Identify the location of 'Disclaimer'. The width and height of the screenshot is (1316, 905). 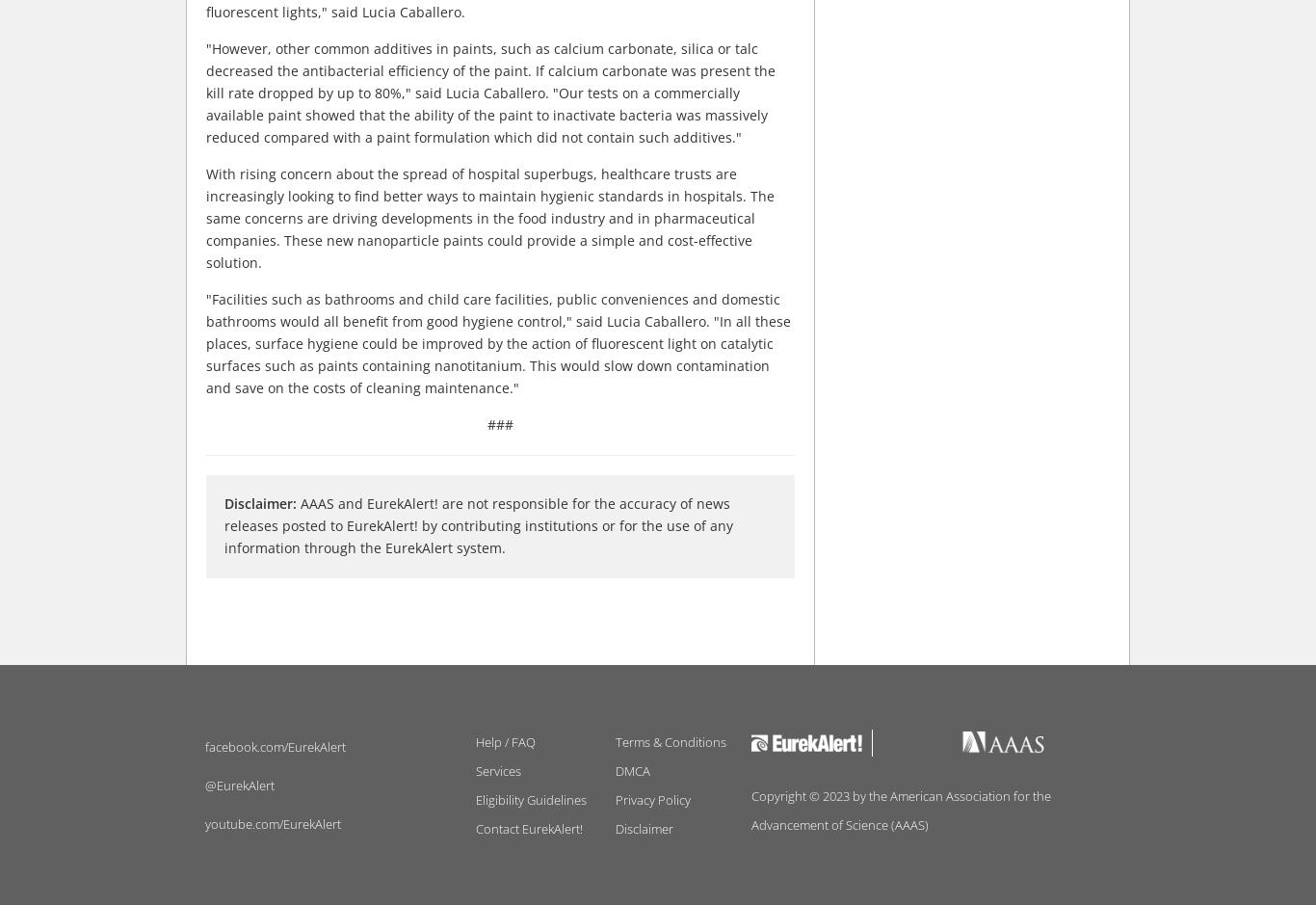
(615, 826).